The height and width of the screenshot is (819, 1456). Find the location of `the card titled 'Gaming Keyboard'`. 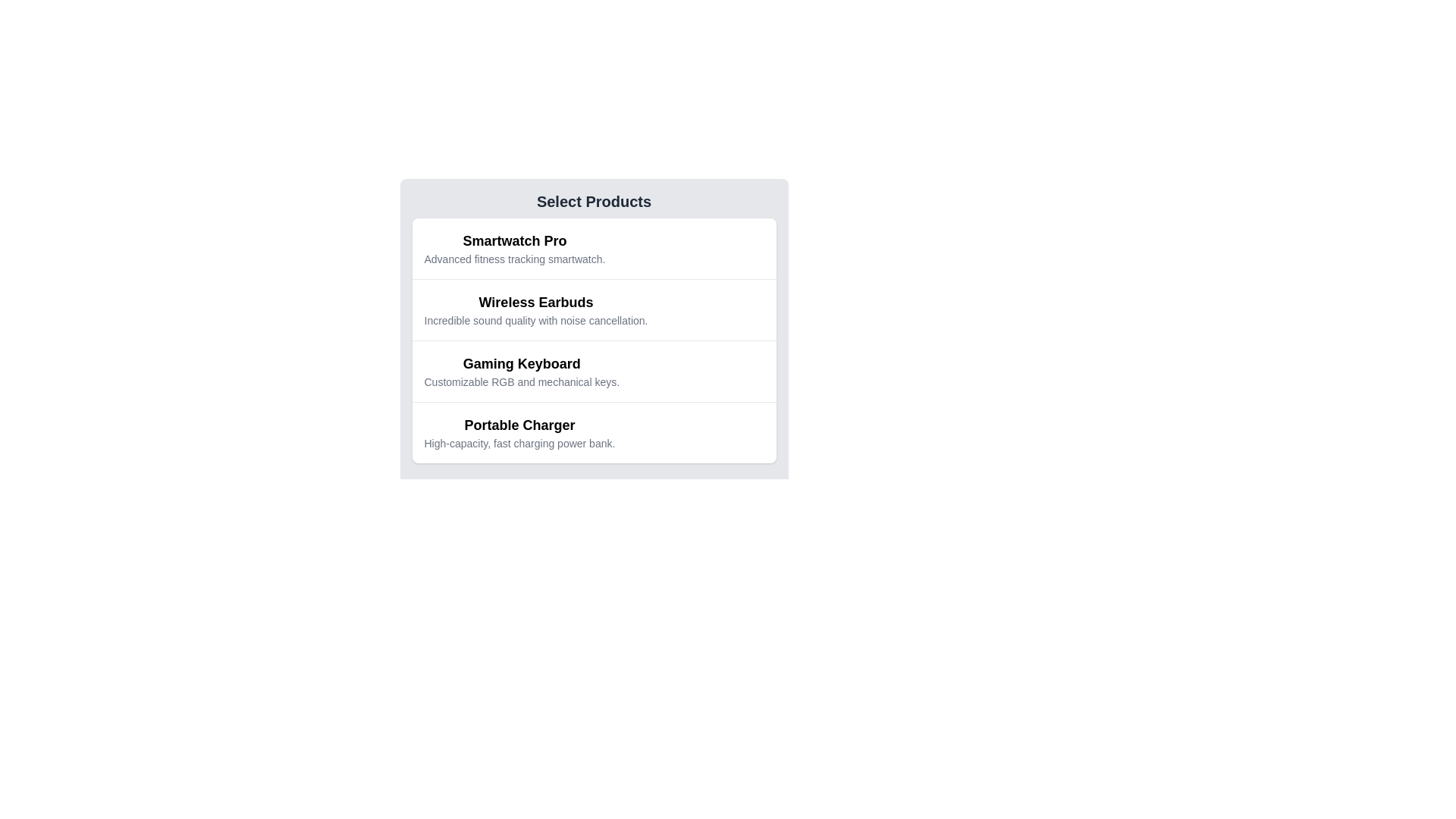

the card titled 'Gaming Keyboard' is located at coordinates (593, 372).